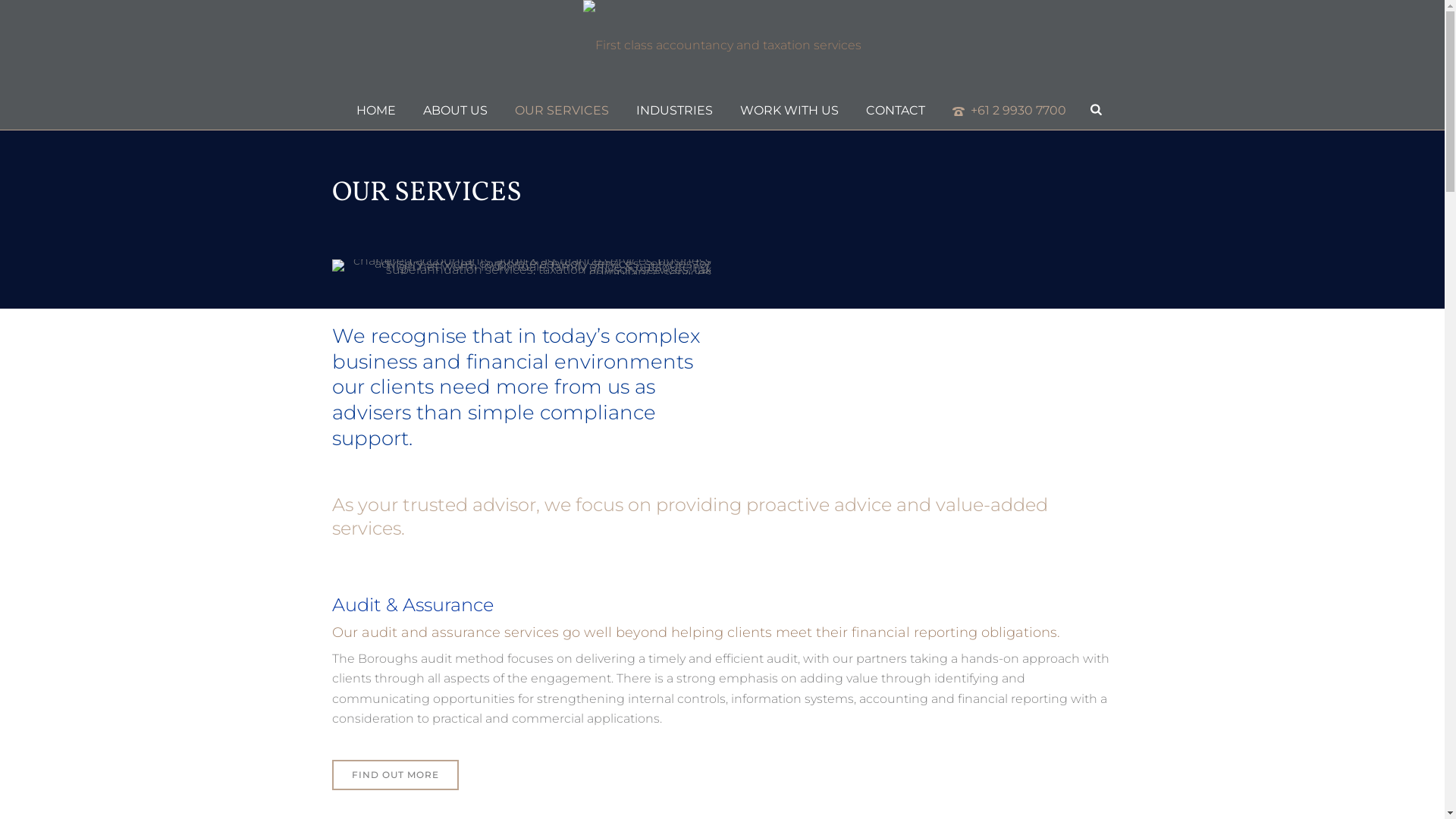 The width and height of the screenshot is (1456, 819). What do you see at coordinates (622, 109) in the screenshot?
I see `'INDUSTRIES'` at bounding box center [622, 109].